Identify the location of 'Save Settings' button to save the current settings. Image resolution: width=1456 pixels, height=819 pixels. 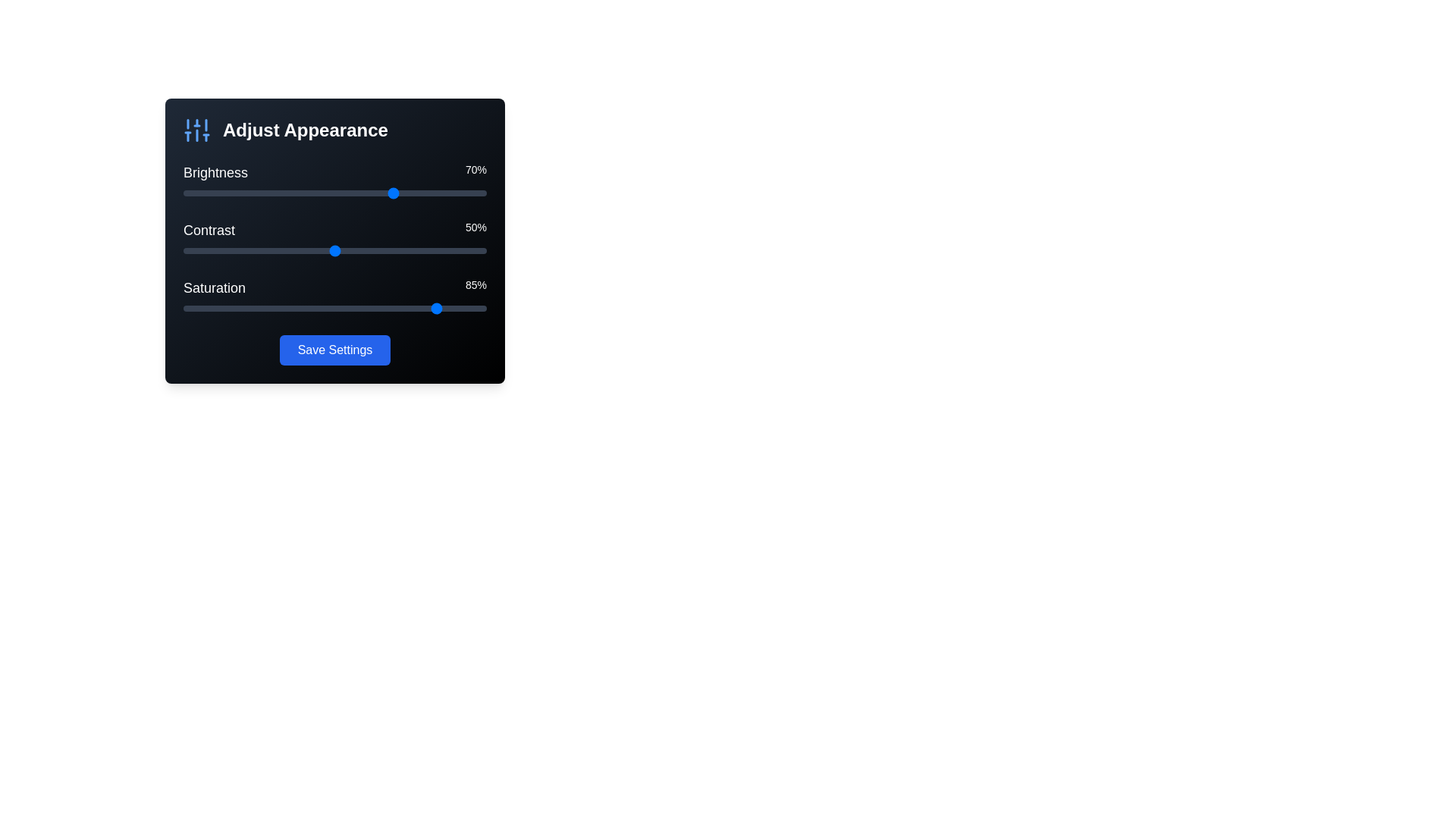
(334, 350).